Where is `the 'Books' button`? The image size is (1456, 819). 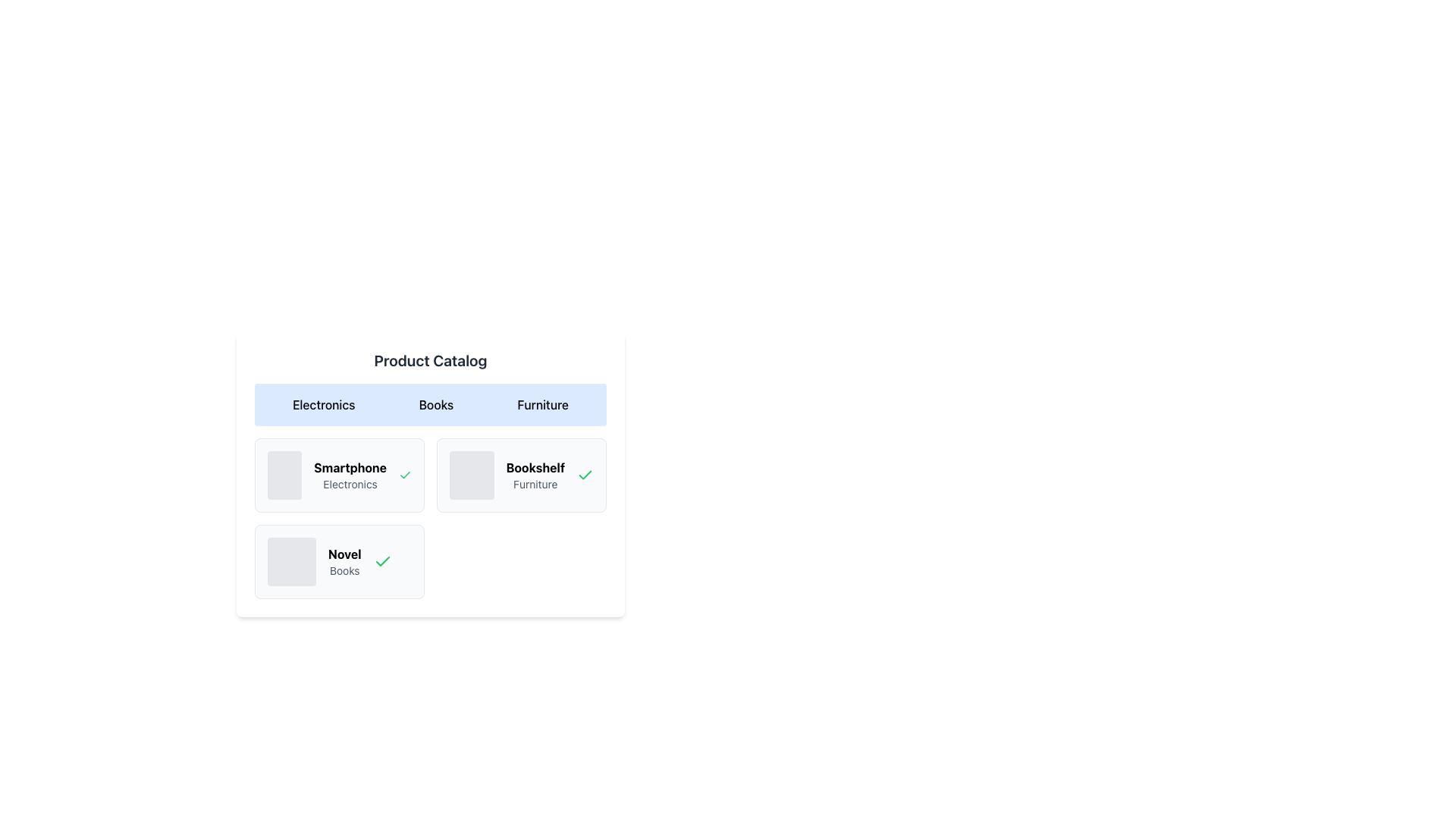 the 'Books' button is located at coordinates (435, 403).